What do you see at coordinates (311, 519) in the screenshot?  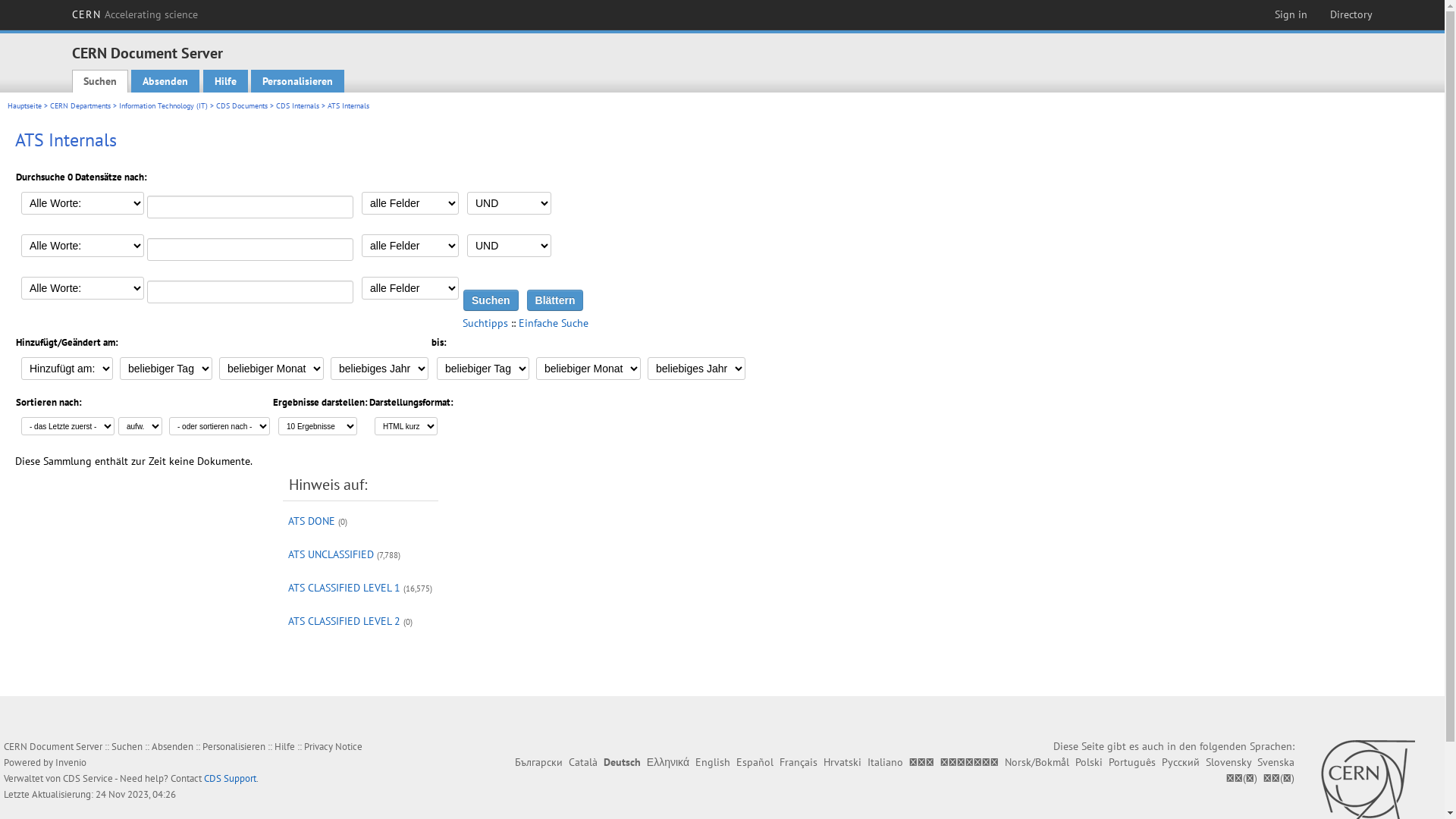 I see `'ATS DONE'` at bounding box center [311, 519].